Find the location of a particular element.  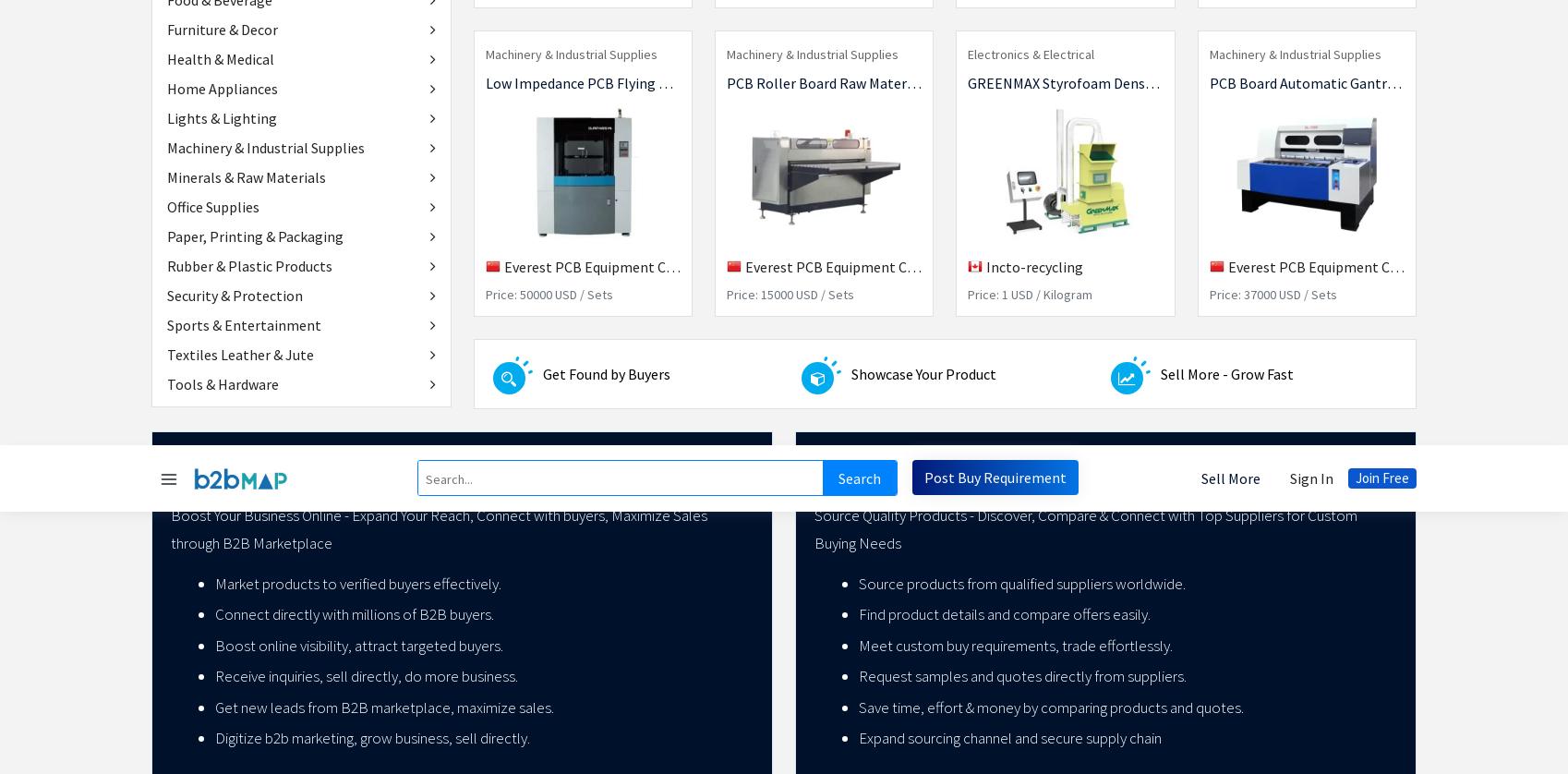

'Post your buy requirement & get quotes from top manufacturers & suppliers.' is located at coordinates (484, 252).